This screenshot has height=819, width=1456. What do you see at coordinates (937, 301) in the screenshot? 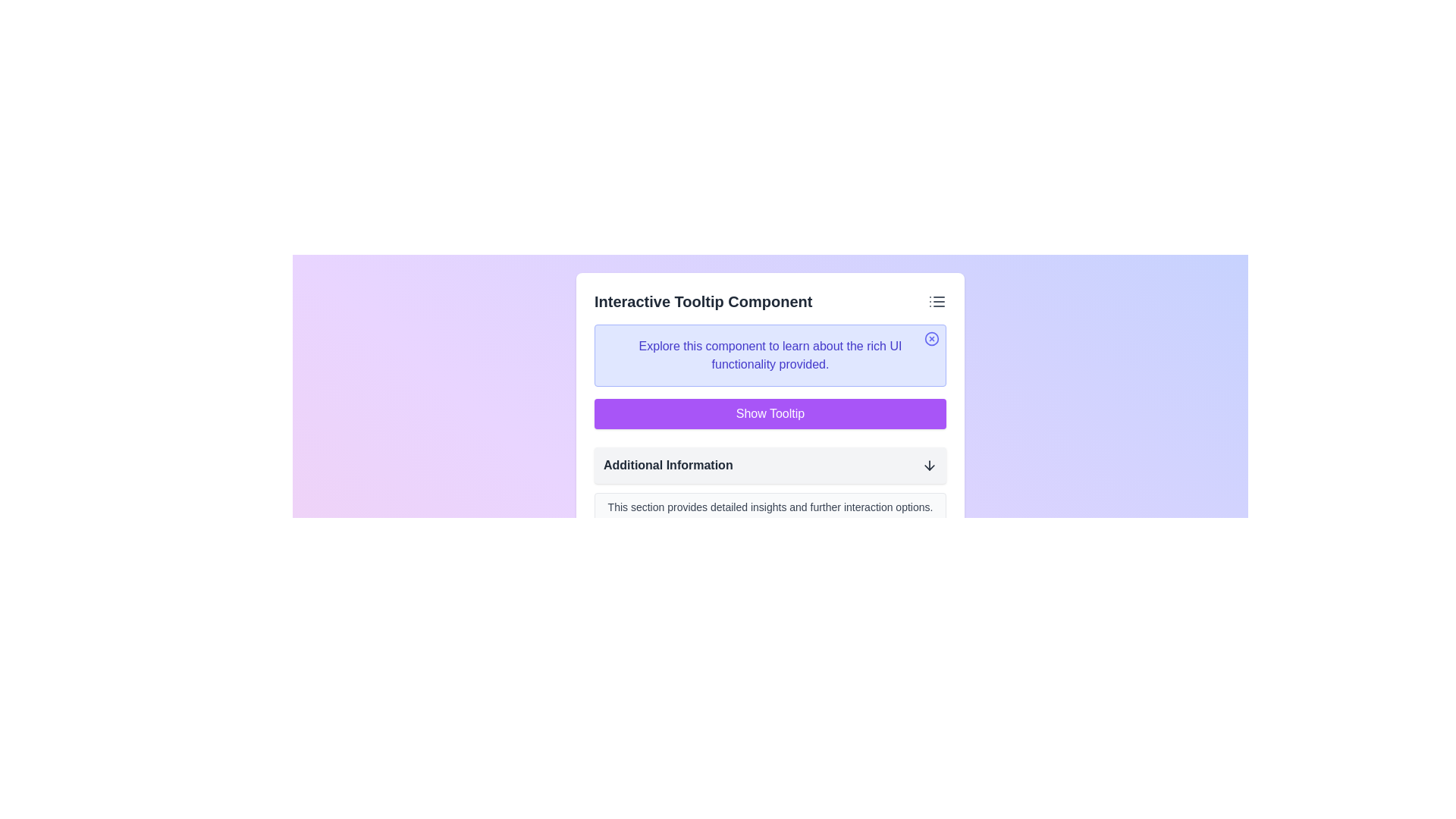
I see `the list menu icon located at the far right of the header section labeled 'Interactive Tooltip Component' to interact with it` at bounding box center [937, 301].